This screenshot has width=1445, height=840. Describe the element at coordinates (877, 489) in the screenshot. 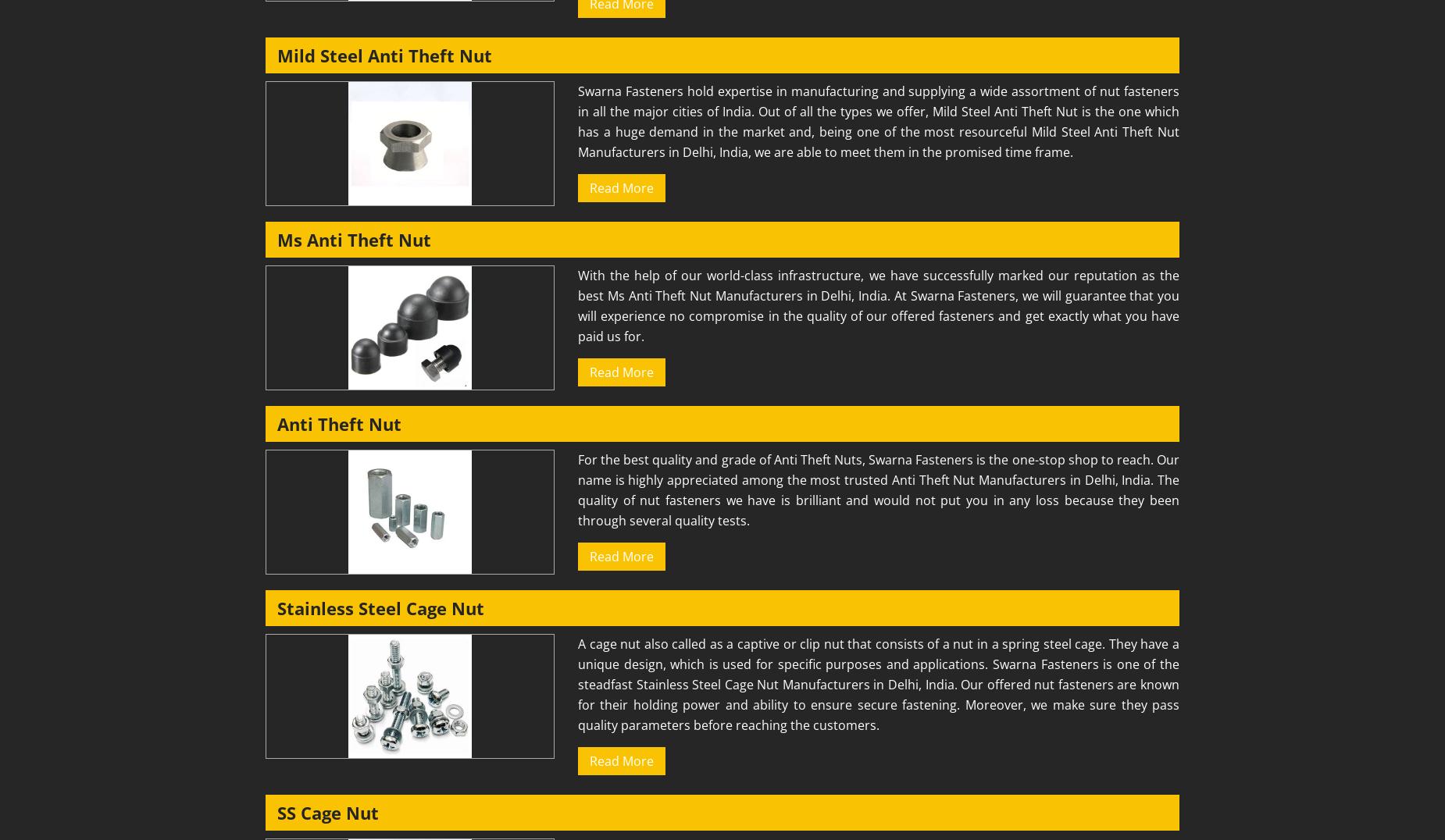

I see `'For the best quality and grade of Anti Theft Nuts, Swarna Fasteners is the one-stop shop to reach. Our name is highly appreciated among the most trusted Anti Theft Nut Manufacturers in Delhi, India. The quality of nut fasteners we have is brilliant and would not put you in any loss because they been through several quality tests.'` at that location.